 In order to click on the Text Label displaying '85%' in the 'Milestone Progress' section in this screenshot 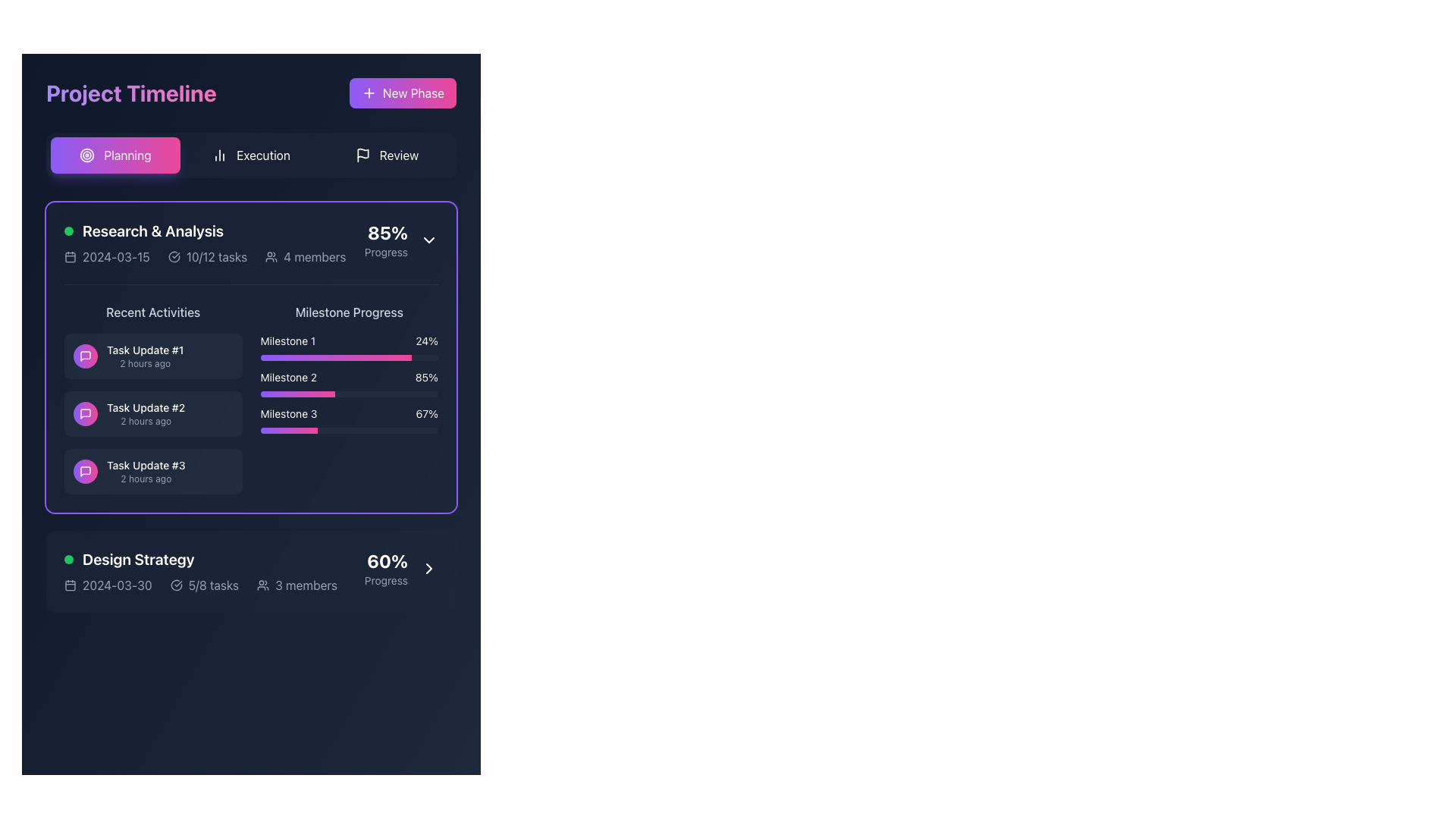, I will do `click(425, 376)`.